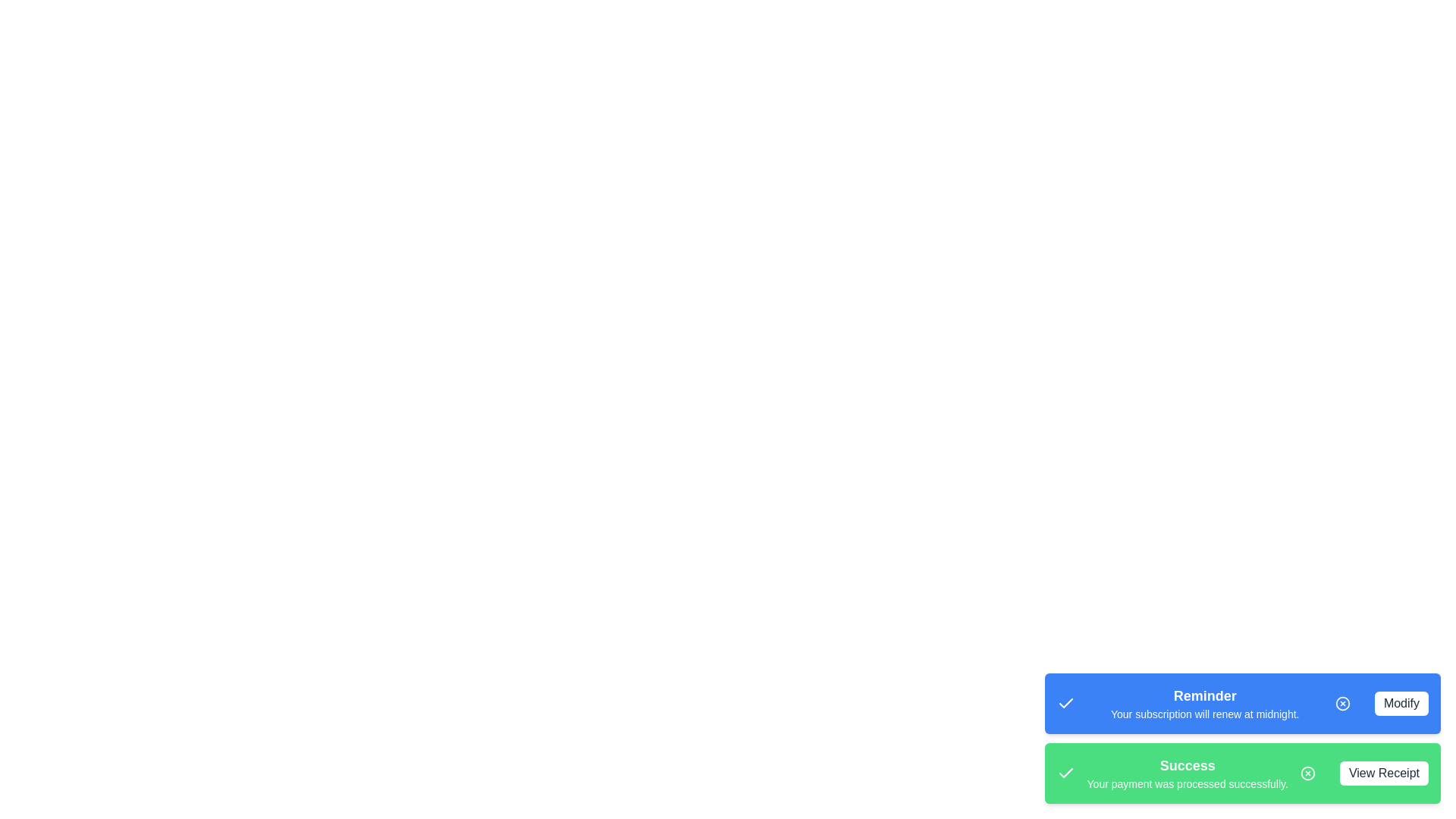 Image resolution: width=1456 pixels, height=819 pixels. What do you see at coordinates (1203, 704) in the screenshot?
I see `the text content of the snackbar message Reminder` at bounding box center [1203, 704].